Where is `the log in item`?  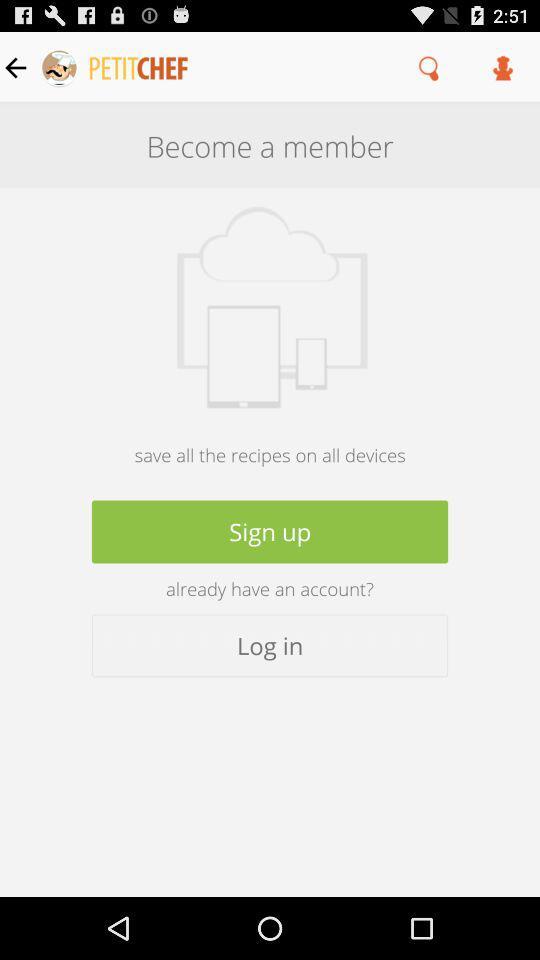
the log in item is located at coordinates (270, 644).